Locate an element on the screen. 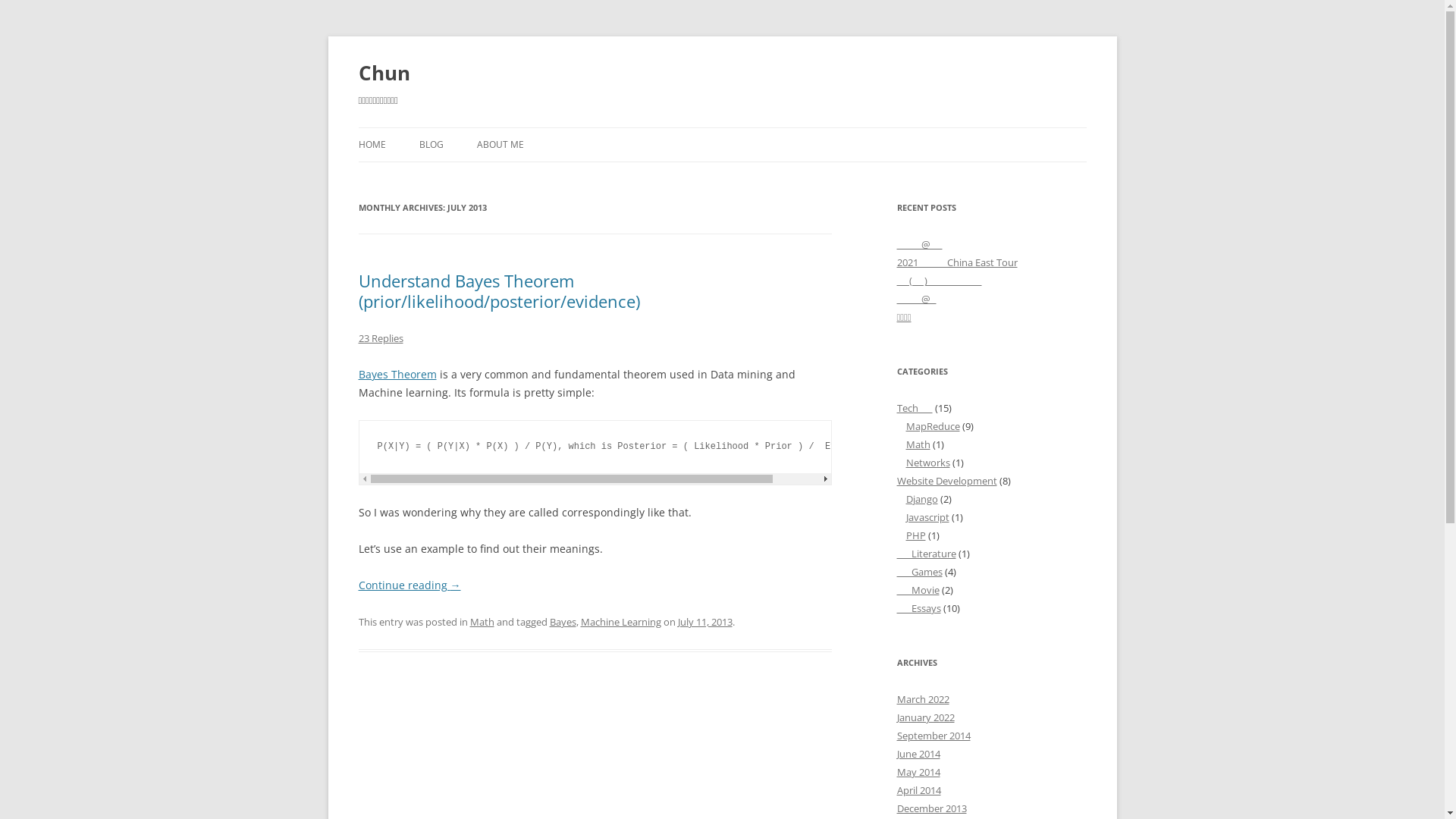  '23 Replies' is located at coordinates (380, 337).